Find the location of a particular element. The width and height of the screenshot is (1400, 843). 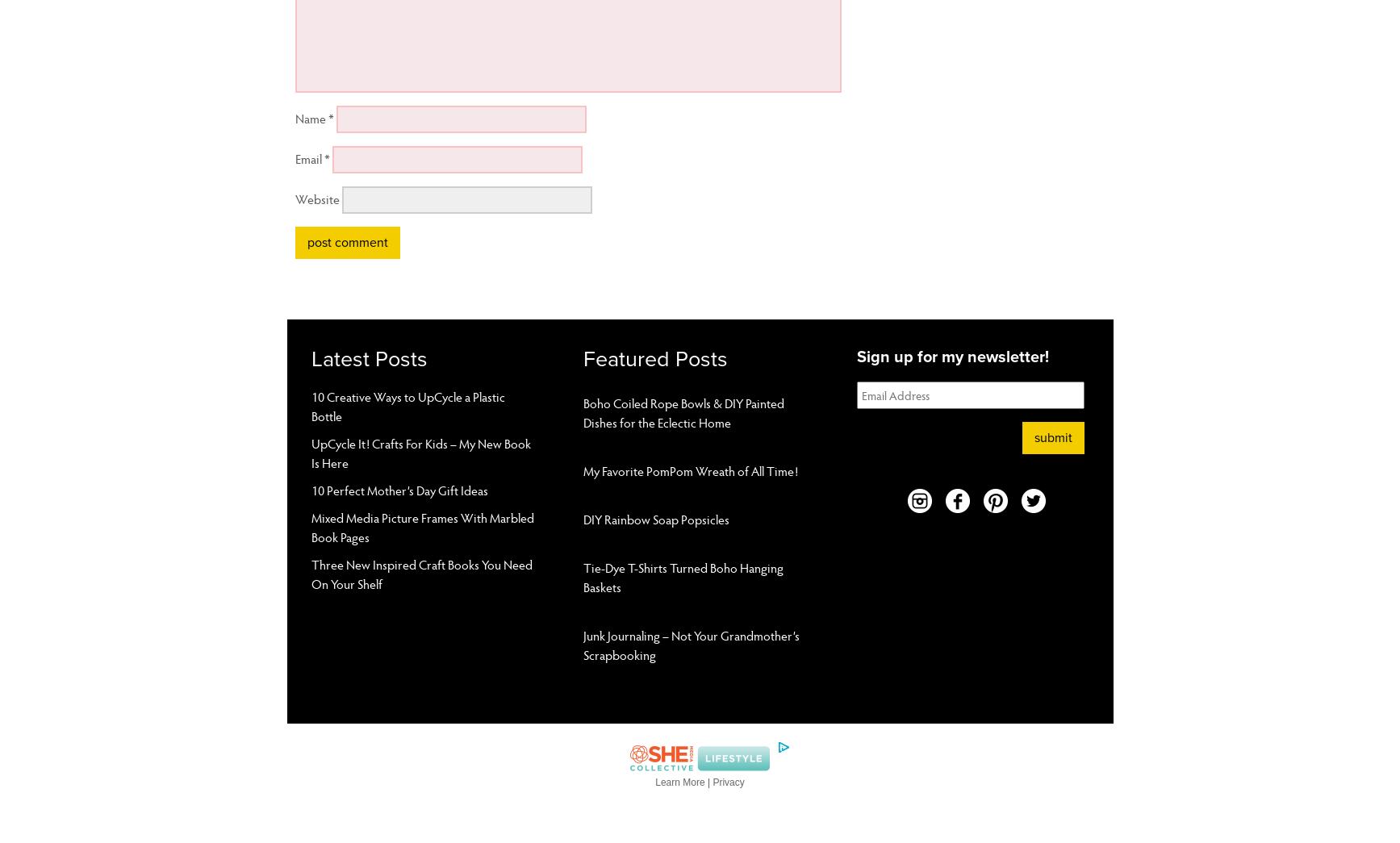

'Boho Coiled Rope Bowls & DIY Painted Dishes for the Eclectic Home' is located at coordinates (683, 411).